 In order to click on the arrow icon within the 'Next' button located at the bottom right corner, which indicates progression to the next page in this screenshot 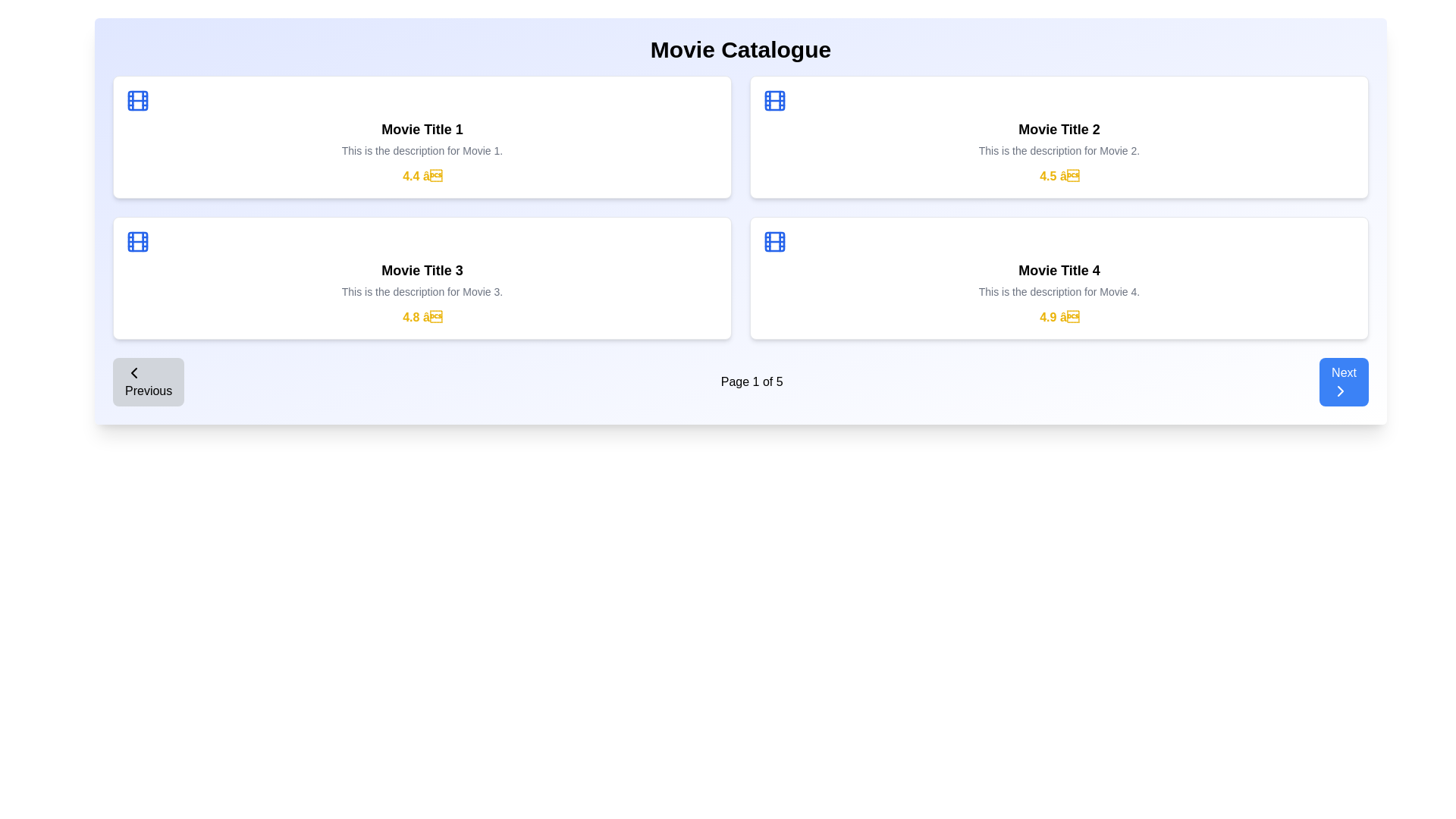, I will do `click(1341, 391)`.